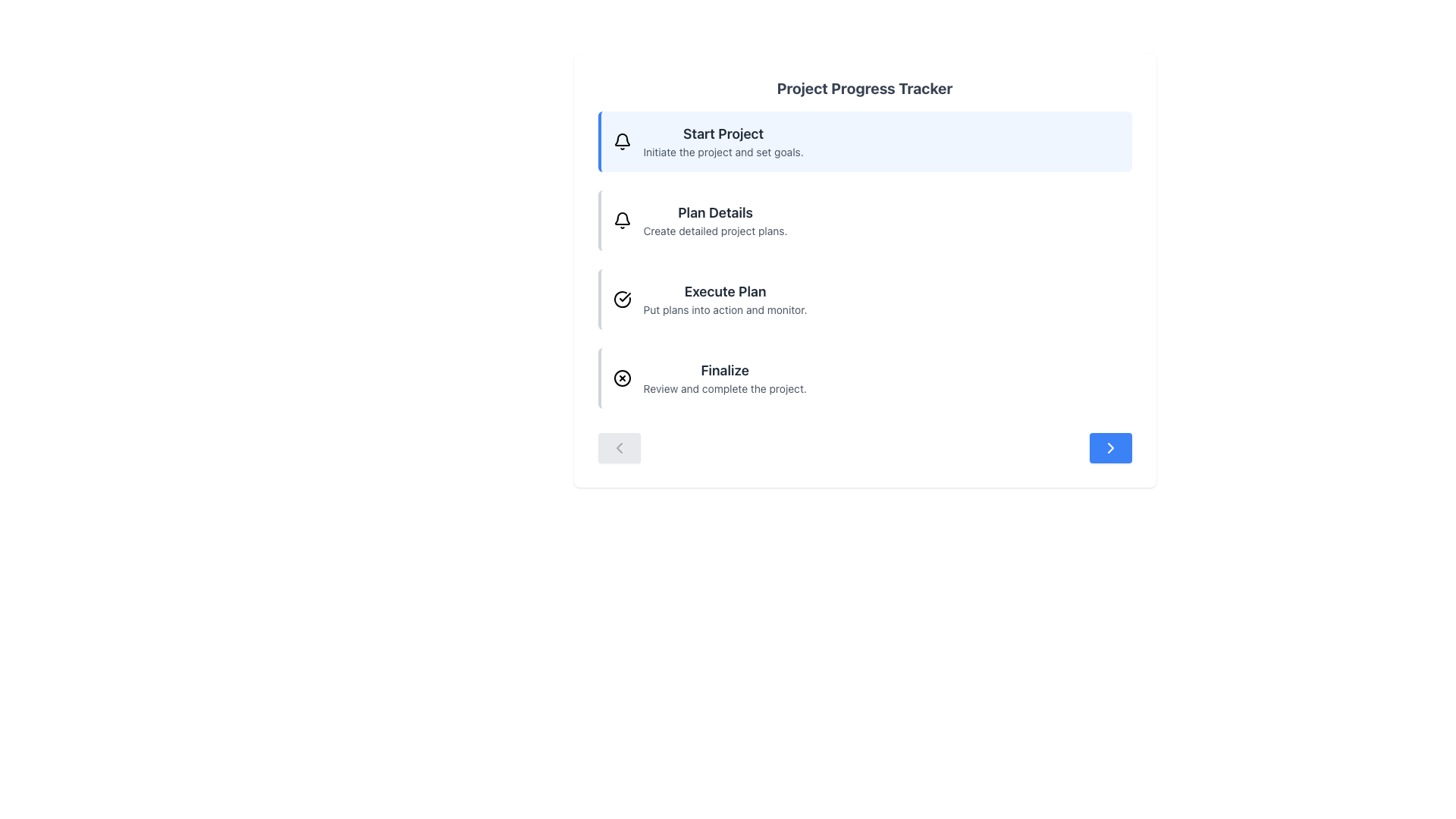  What do you see at coordinates (619, 447) in the screenshot?
I see `the Chevron Icon within the Button located in the bottom-left region of the content area` at bounding box center [619, 447].